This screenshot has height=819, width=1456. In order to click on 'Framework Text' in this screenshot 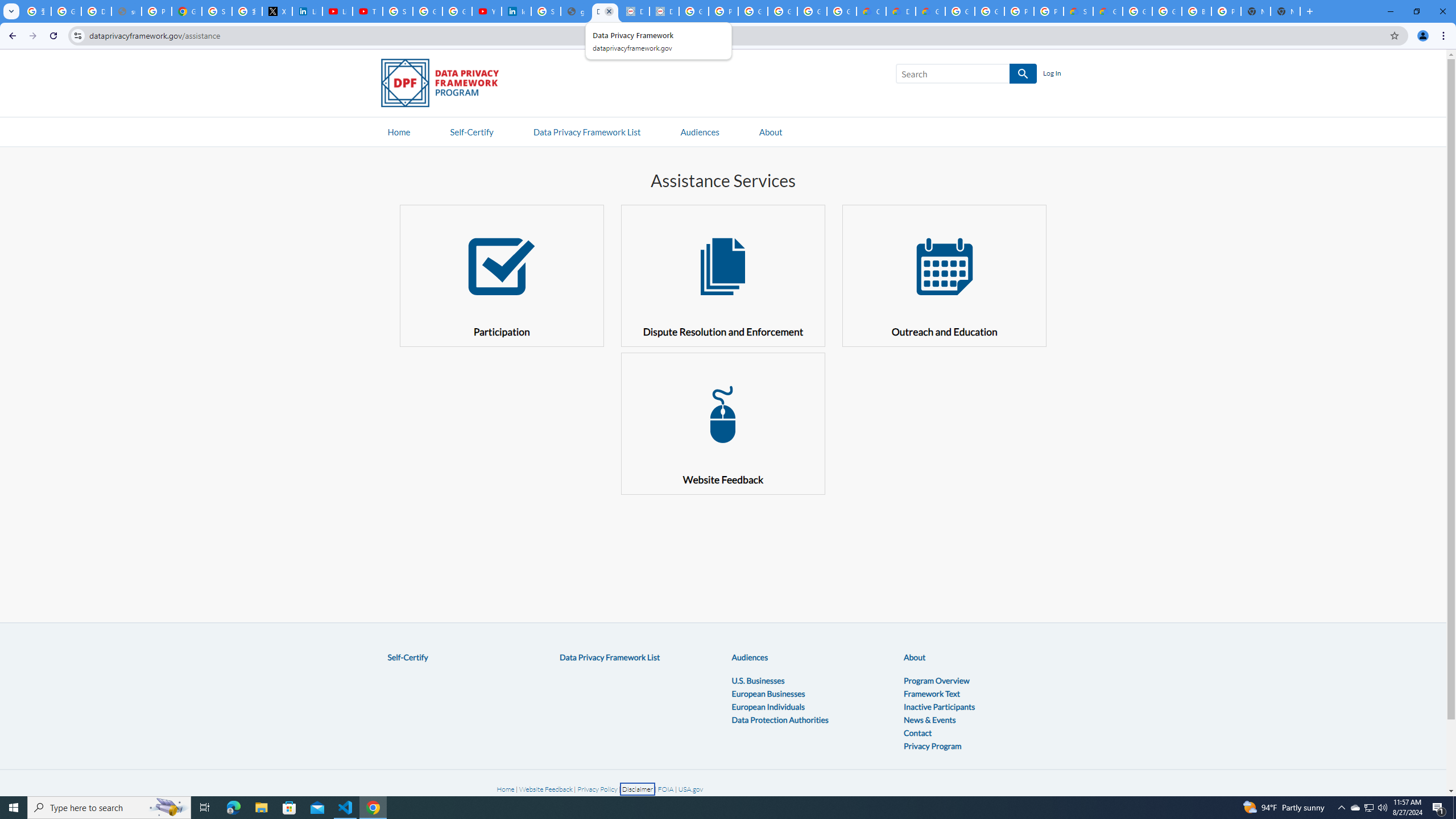, I will do `click(932, 692)`.